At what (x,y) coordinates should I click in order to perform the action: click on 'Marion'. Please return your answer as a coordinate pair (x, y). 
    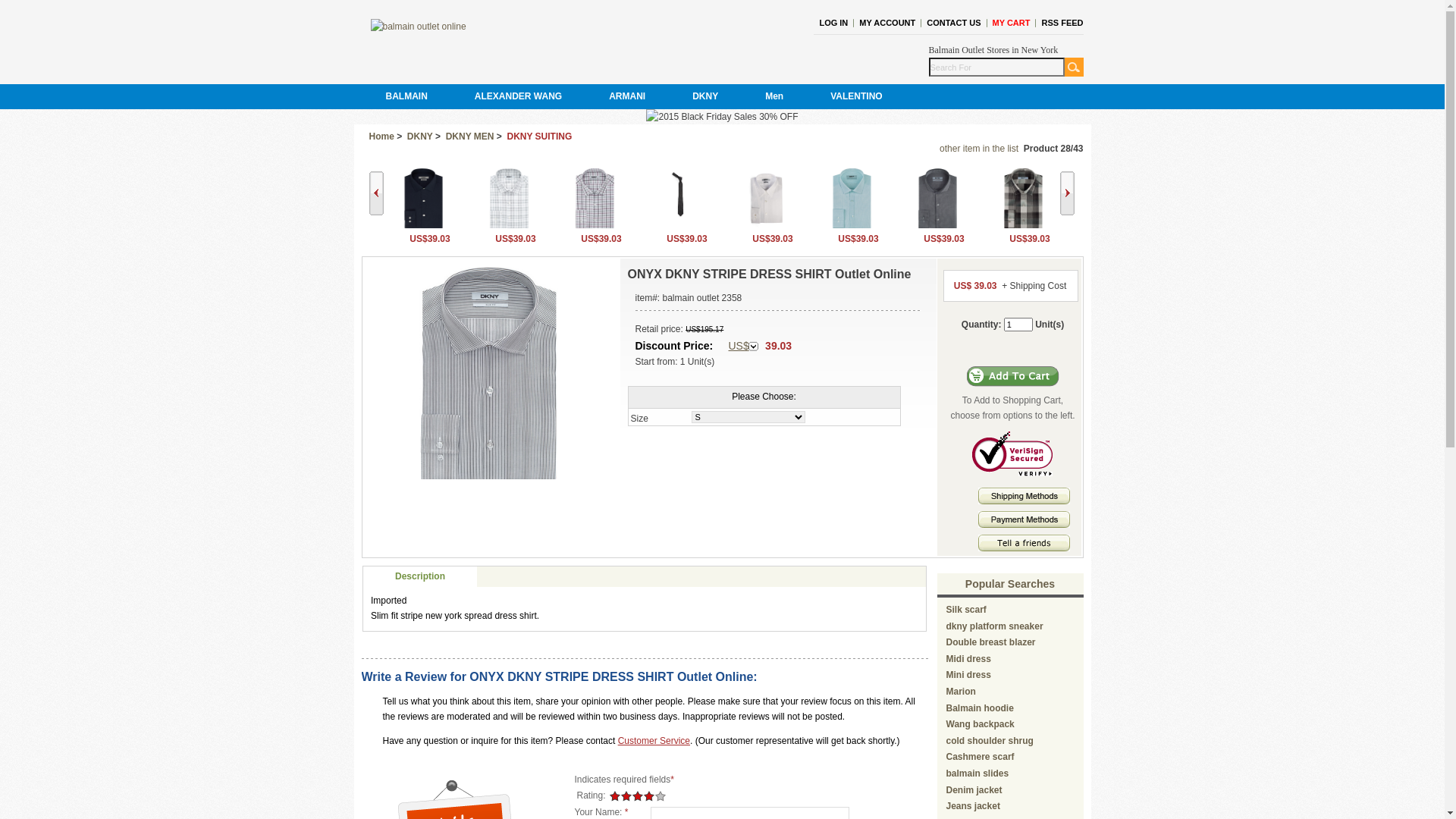
    Looking at the image, I should click on (960, 691).